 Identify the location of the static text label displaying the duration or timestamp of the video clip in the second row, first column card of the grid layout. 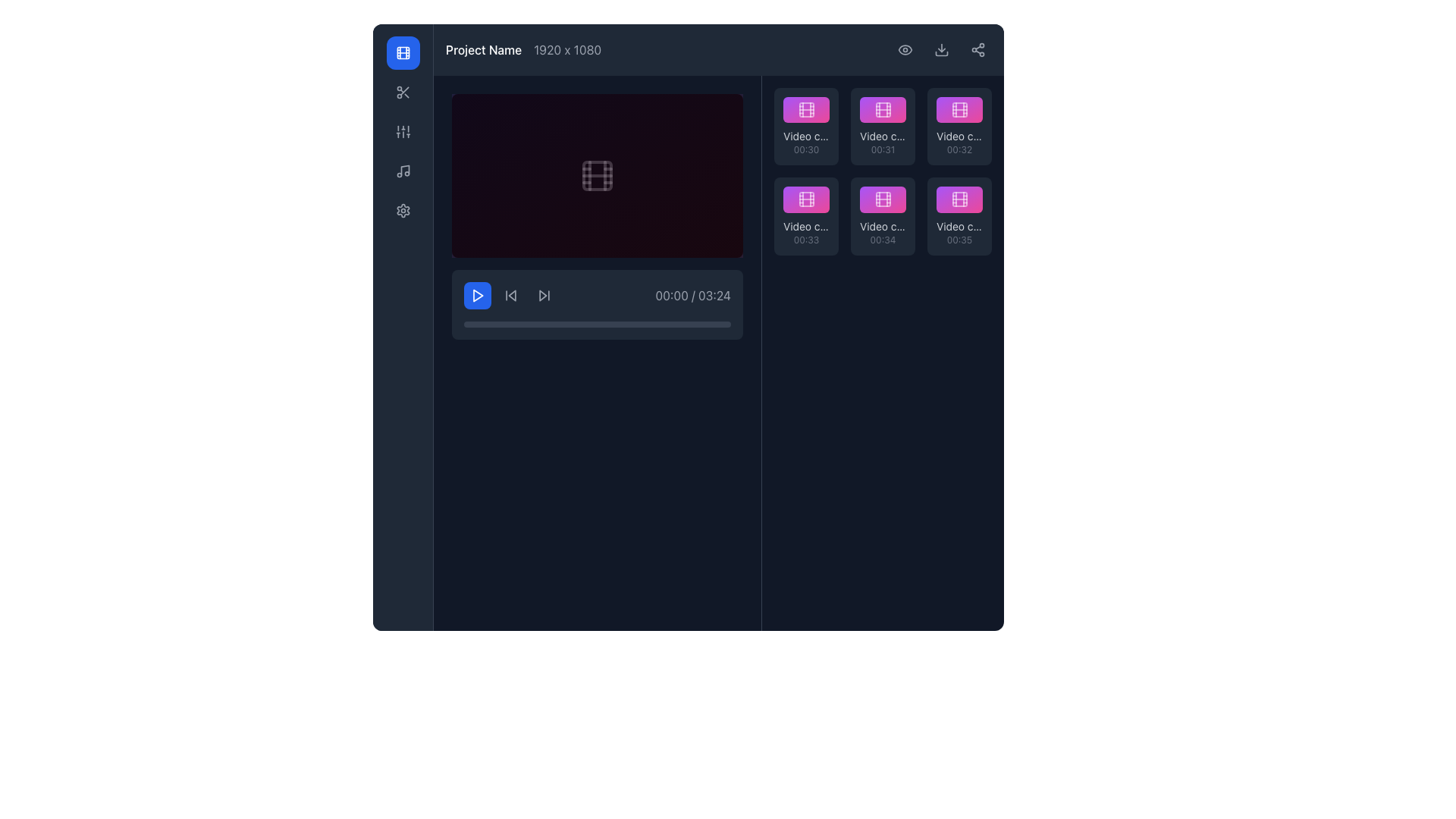
(883, 150).